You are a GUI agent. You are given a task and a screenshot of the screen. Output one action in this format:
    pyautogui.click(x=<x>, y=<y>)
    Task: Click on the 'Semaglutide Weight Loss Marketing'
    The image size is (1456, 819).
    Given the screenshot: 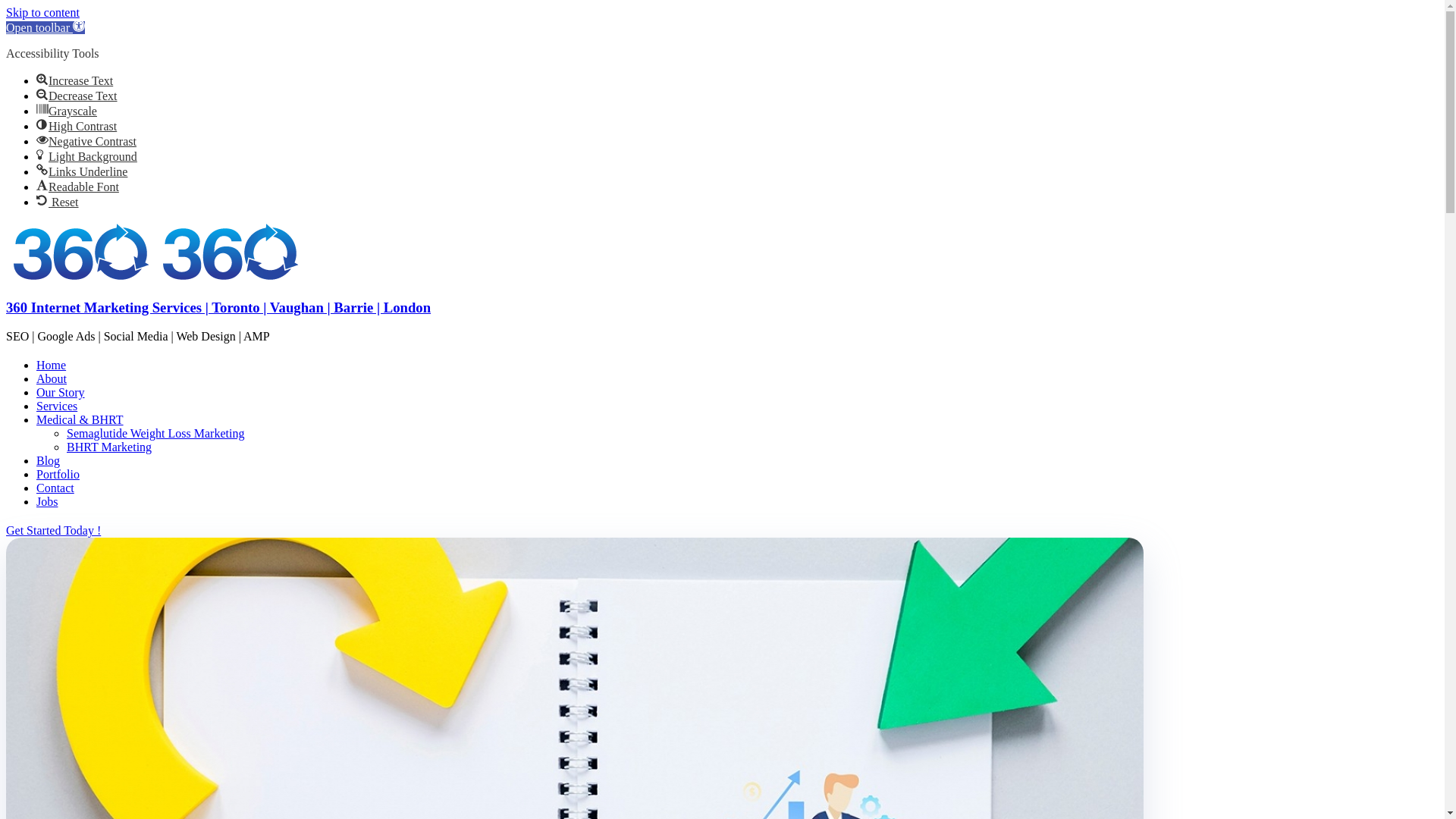 What is the action you would take?
    pyautogui.click(x=155, y=433)
    